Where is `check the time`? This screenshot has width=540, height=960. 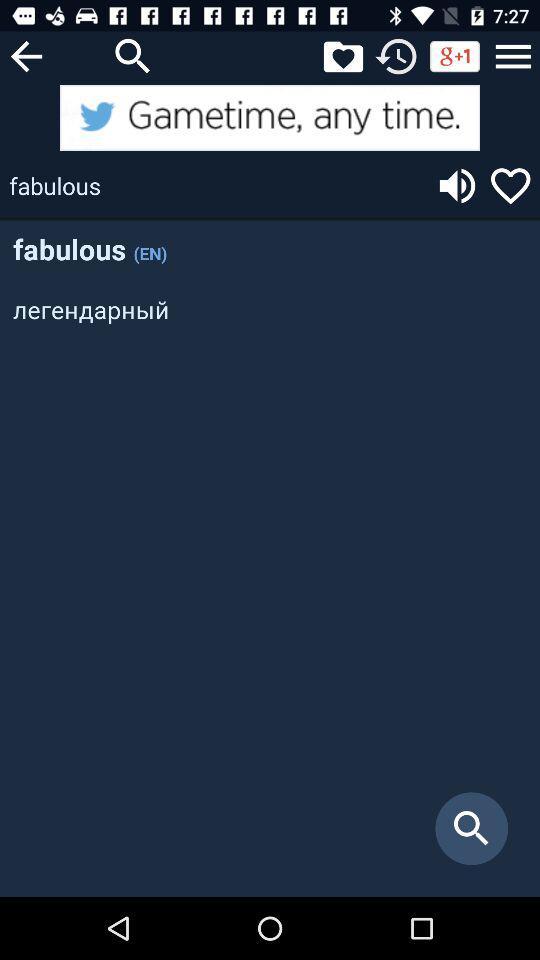 check the time is located at coordinates (396, 55).